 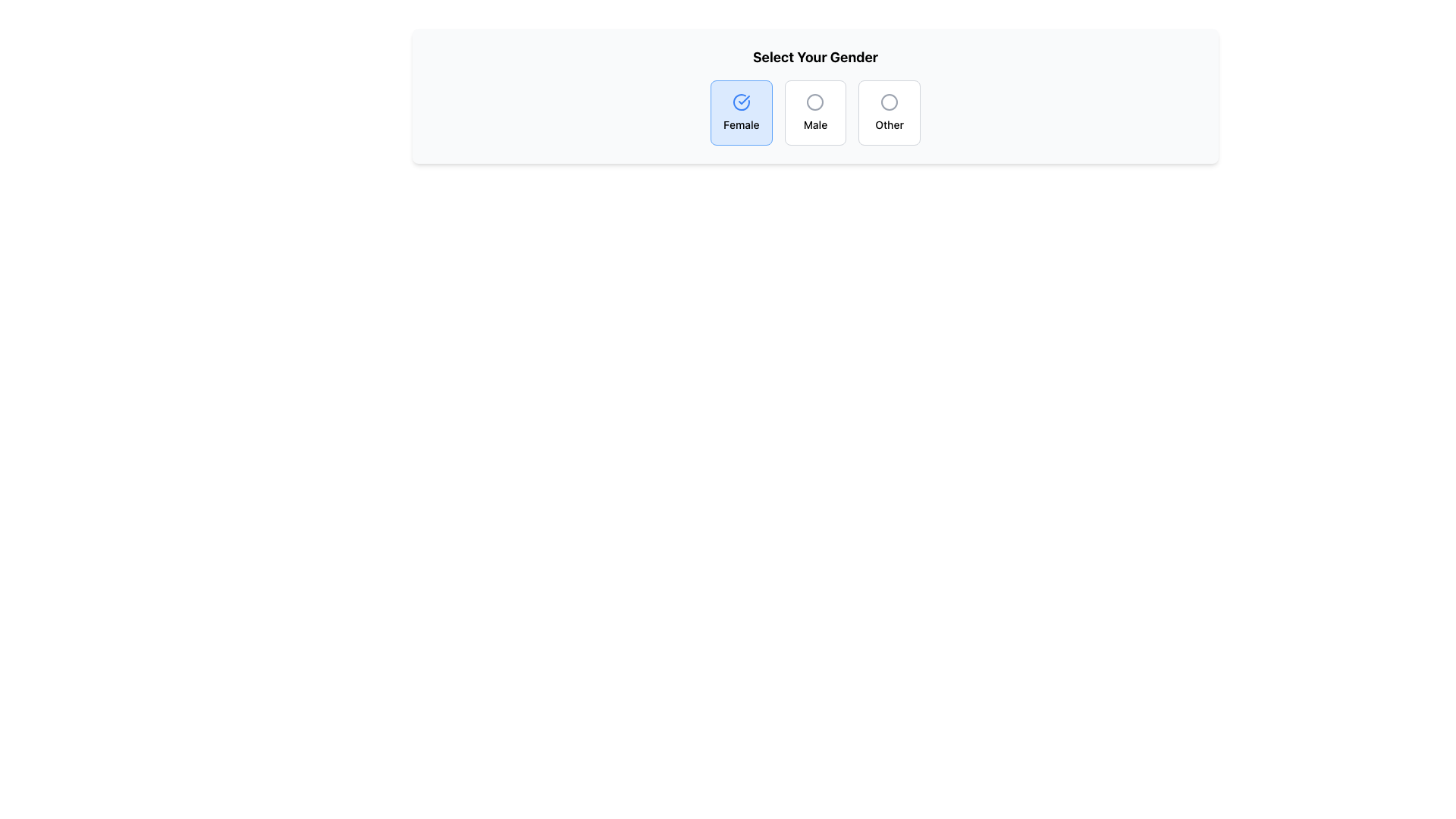 I want to click on the circular selection indicator within the 'Male' radio button option in the 'Select Your Gender' group, so click(x=814, y=102).